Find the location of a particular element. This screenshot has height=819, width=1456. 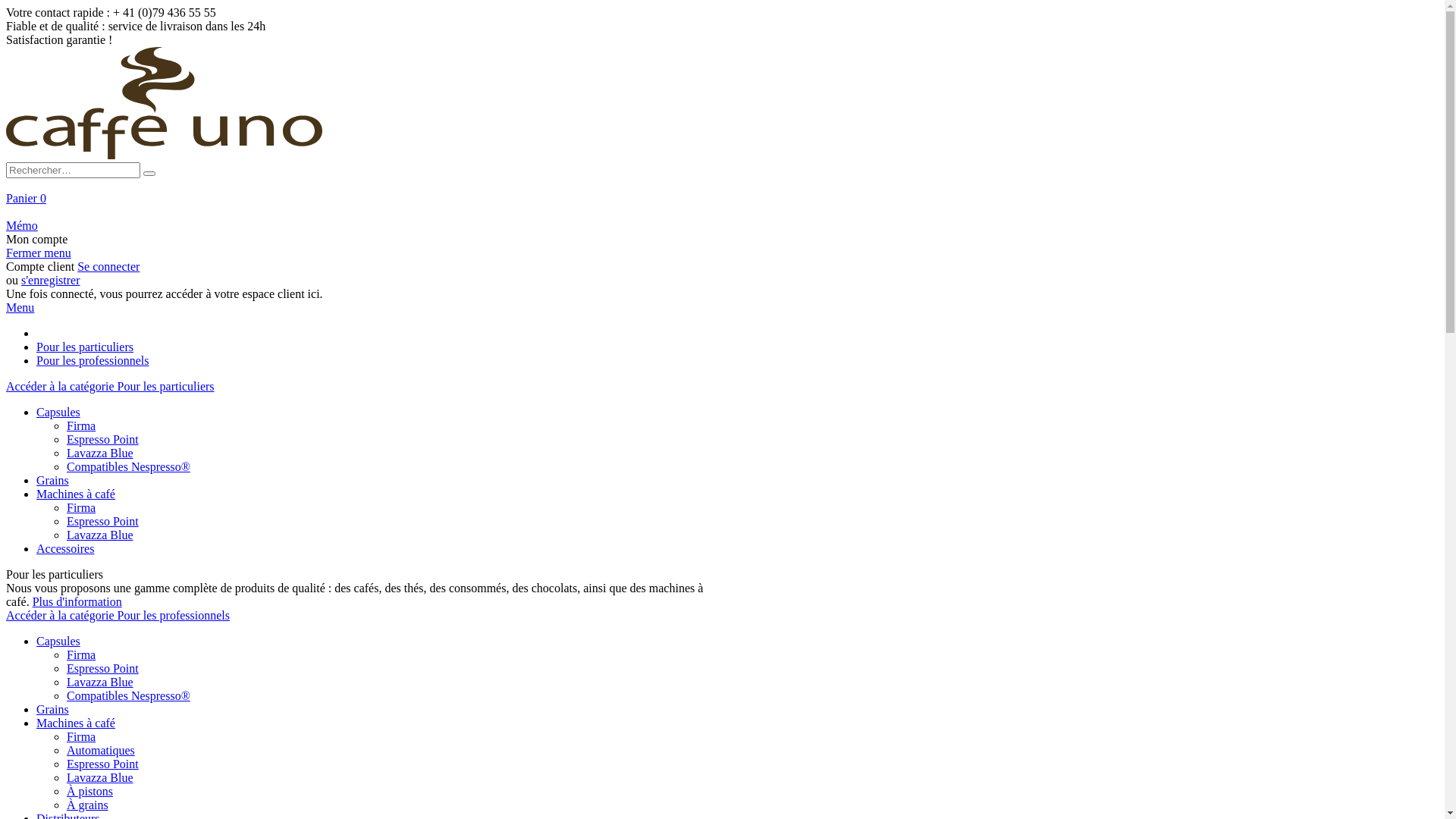

'Capsules' is located at coordinates (58, 640).